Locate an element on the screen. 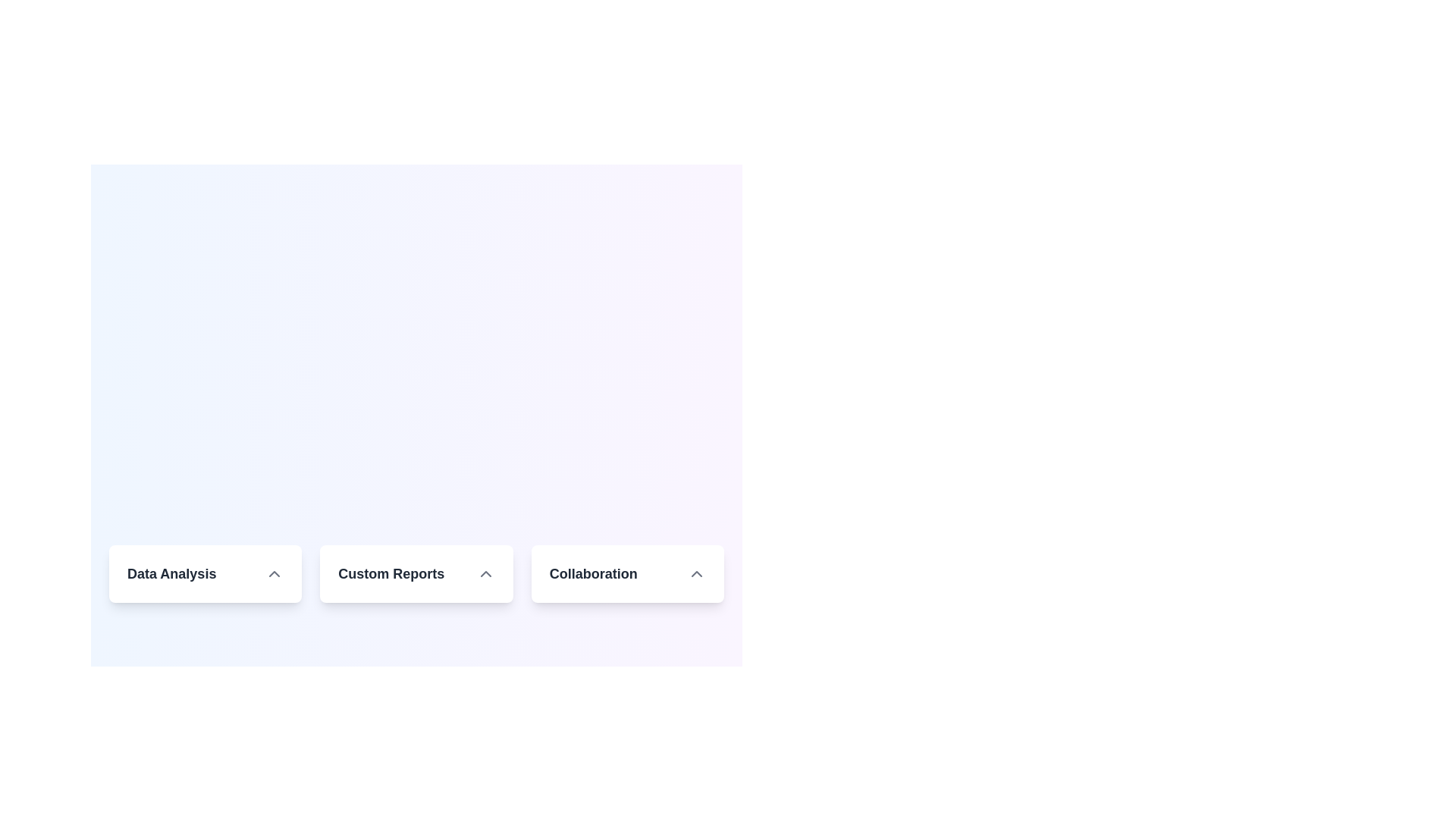  the 'Custom Reports' button which is a horizontal box with bold text and an upward chevron icon, located between 'Data Analysis' and 'Collaboration' is located at coordinates (416, 573).